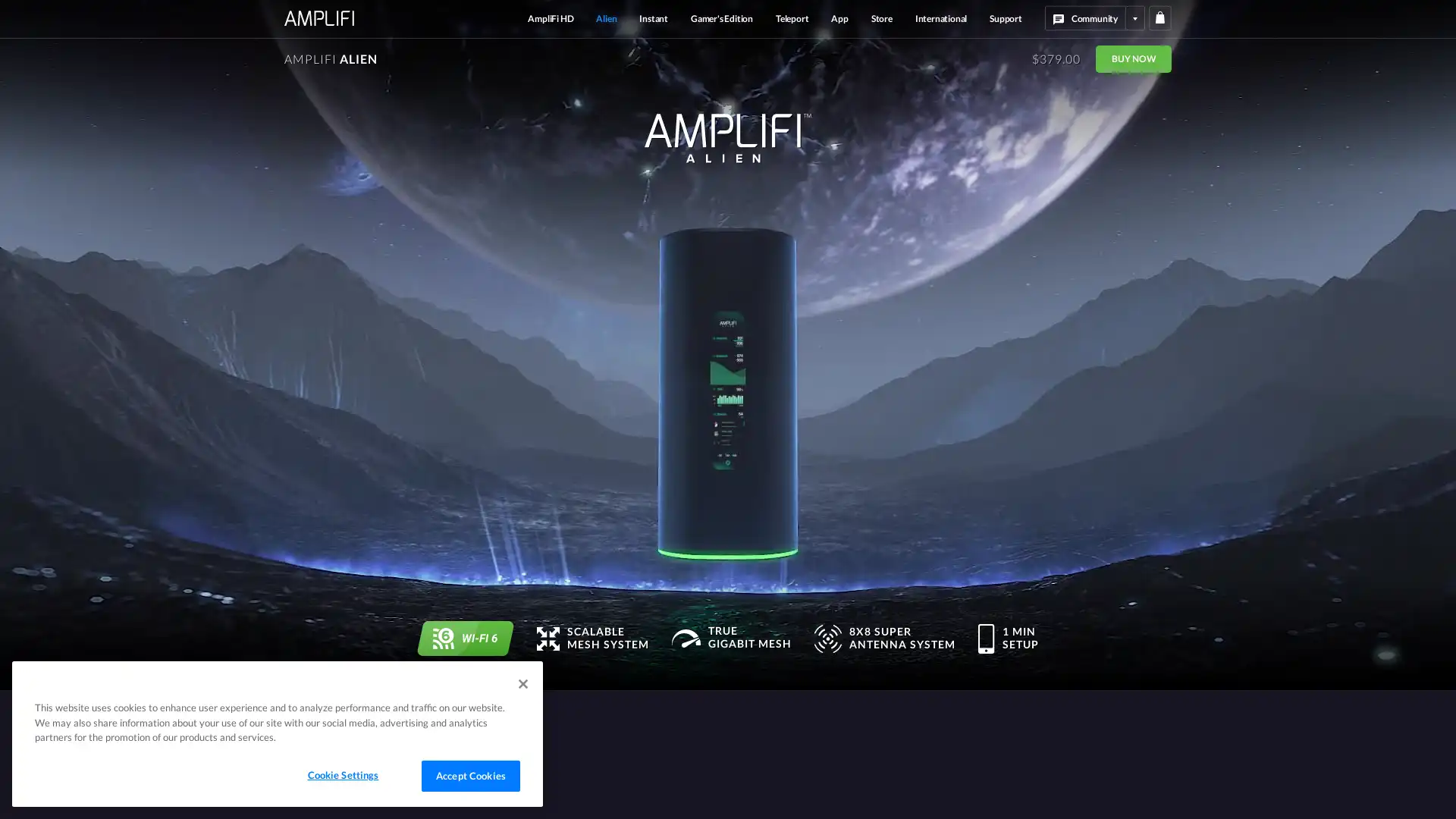 The height and width of the screenshot is (819, 1456). Describe the element at coordinates (469, 775) in the screenshot. I see `Accept Cookies` at that location.